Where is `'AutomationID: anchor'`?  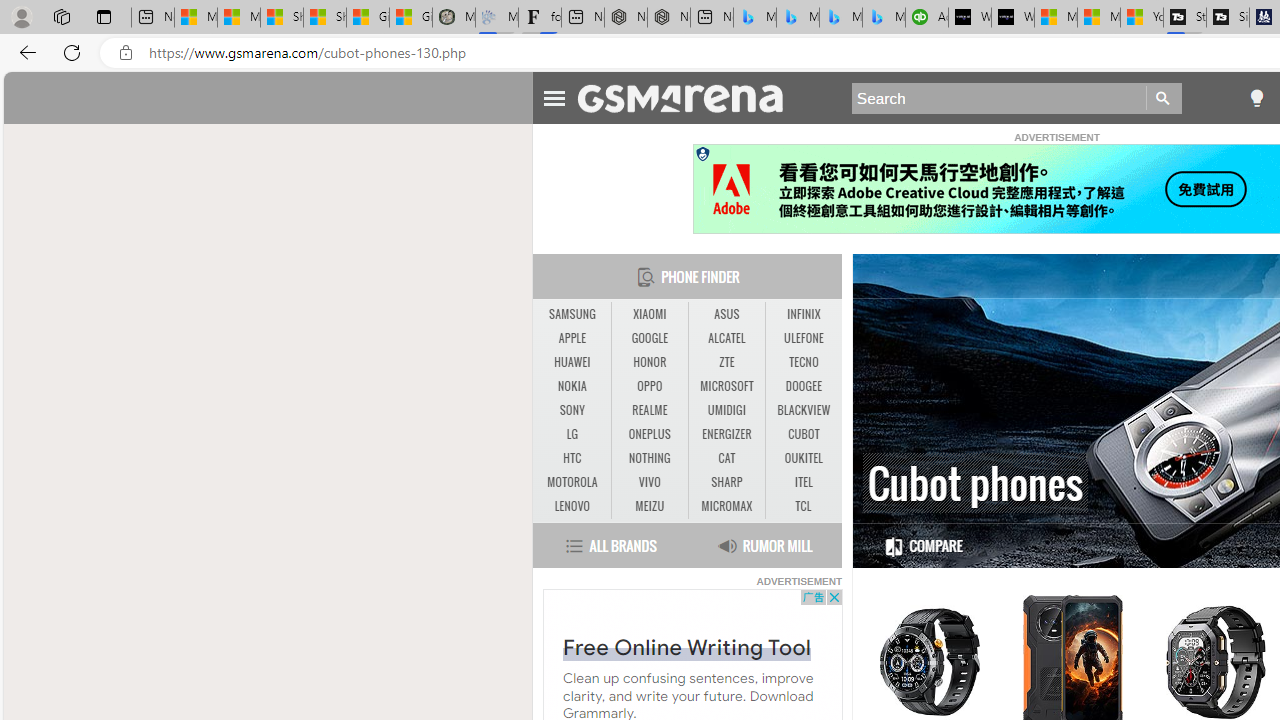 'AutomationID: anchor' is located at coordinates (689, 97).